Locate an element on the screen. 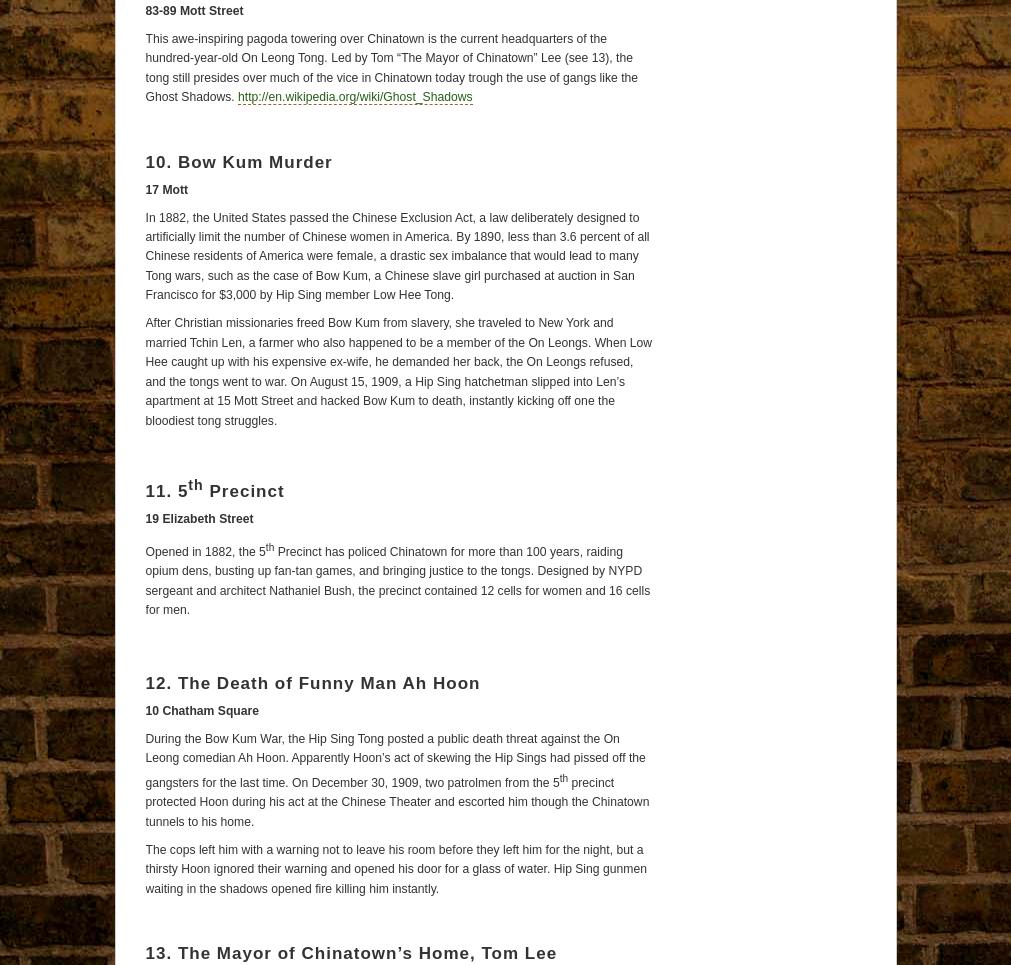 The height and width of the screenshot is (965, 1011). '19 Elizabeth Street' is located at coordinates (198, 518).